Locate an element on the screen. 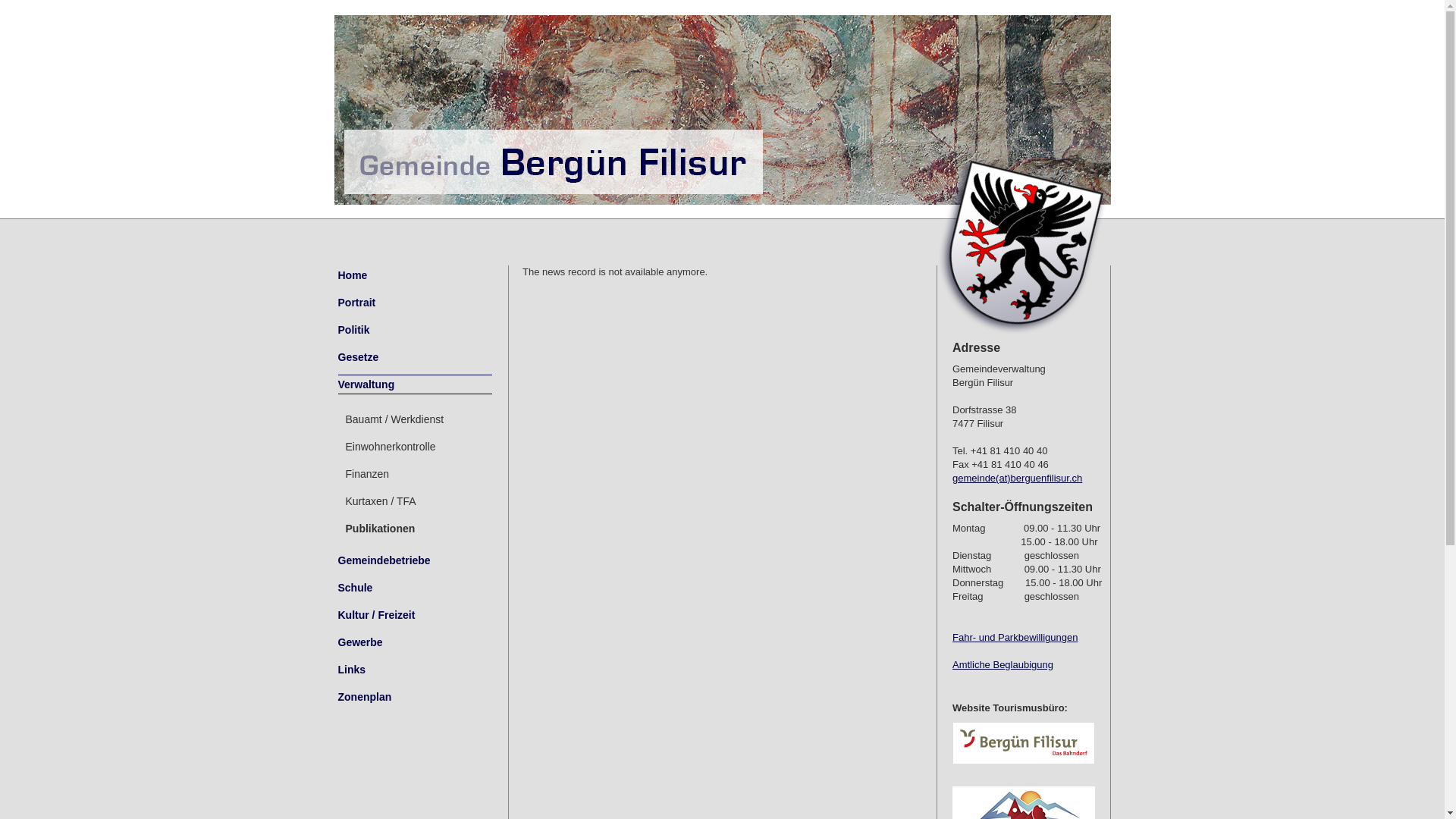  'Finanzen' is located at coordinates (337, 472).